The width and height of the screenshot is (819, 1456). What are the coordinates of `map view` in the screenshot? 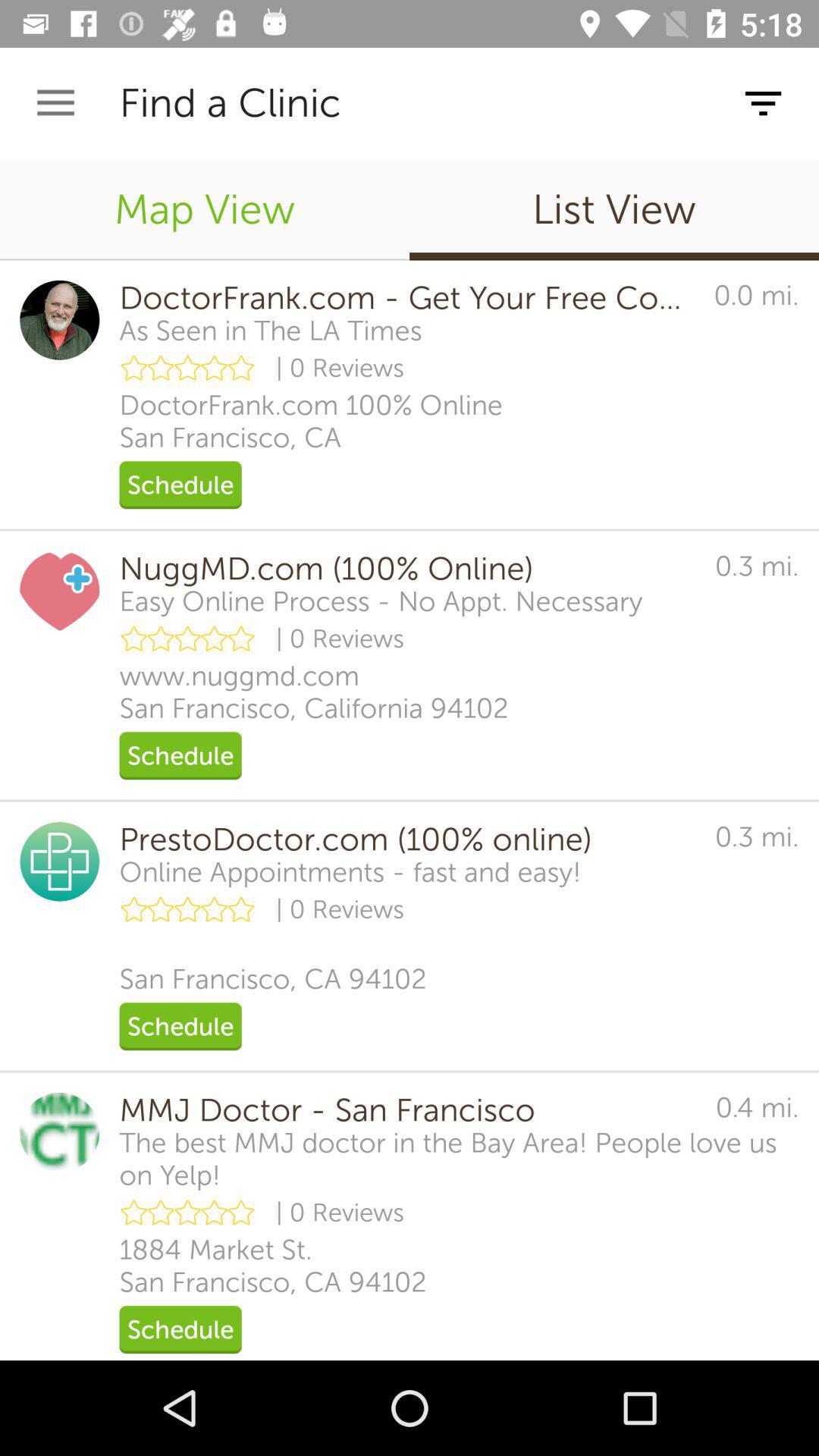 It's located at (205, 209).